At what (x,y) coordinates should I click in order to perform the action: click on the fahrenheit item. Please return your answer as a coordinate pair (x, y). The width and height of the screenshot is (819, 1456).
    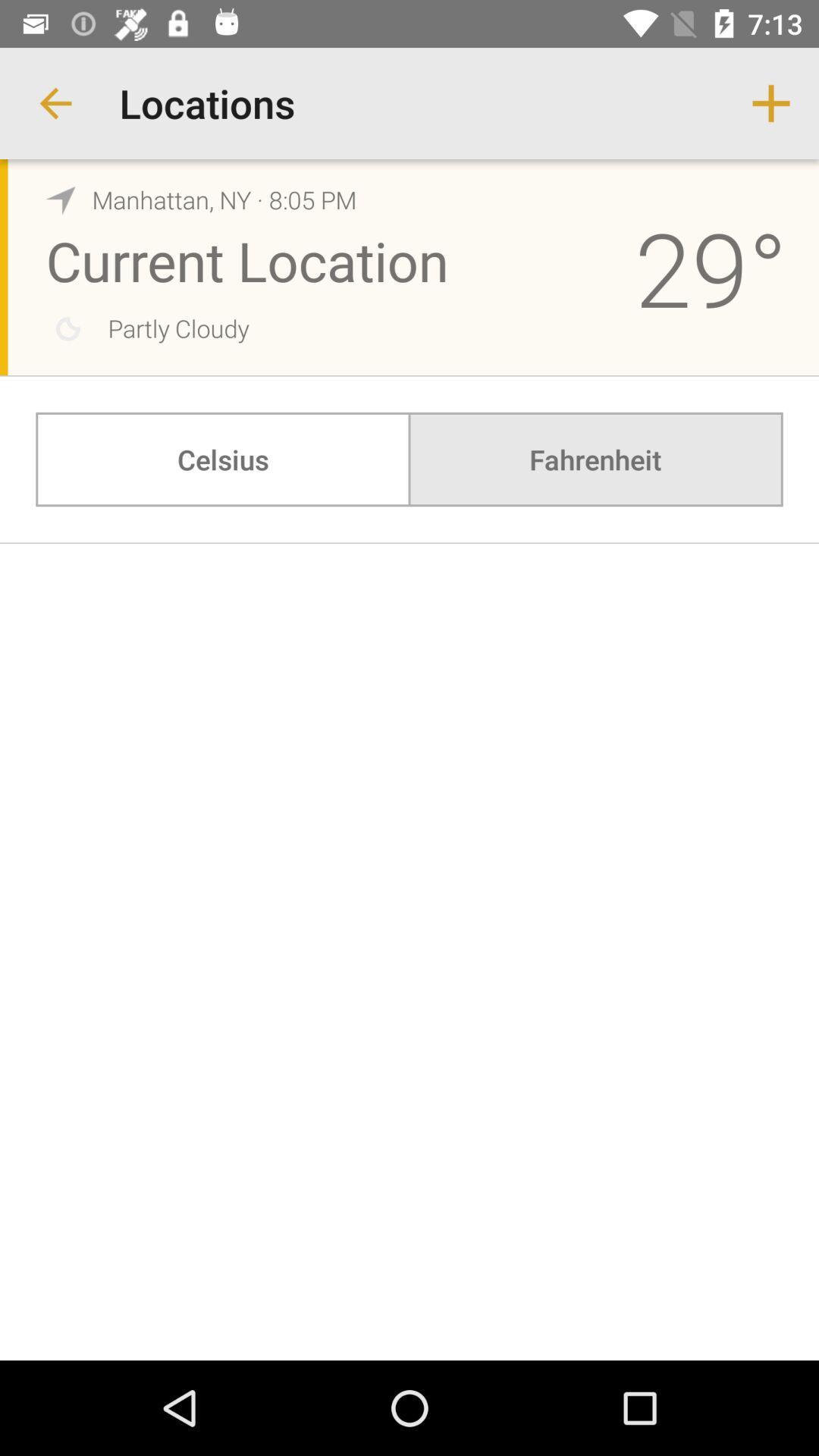
    Looking at the image, I should click on (595, 458).